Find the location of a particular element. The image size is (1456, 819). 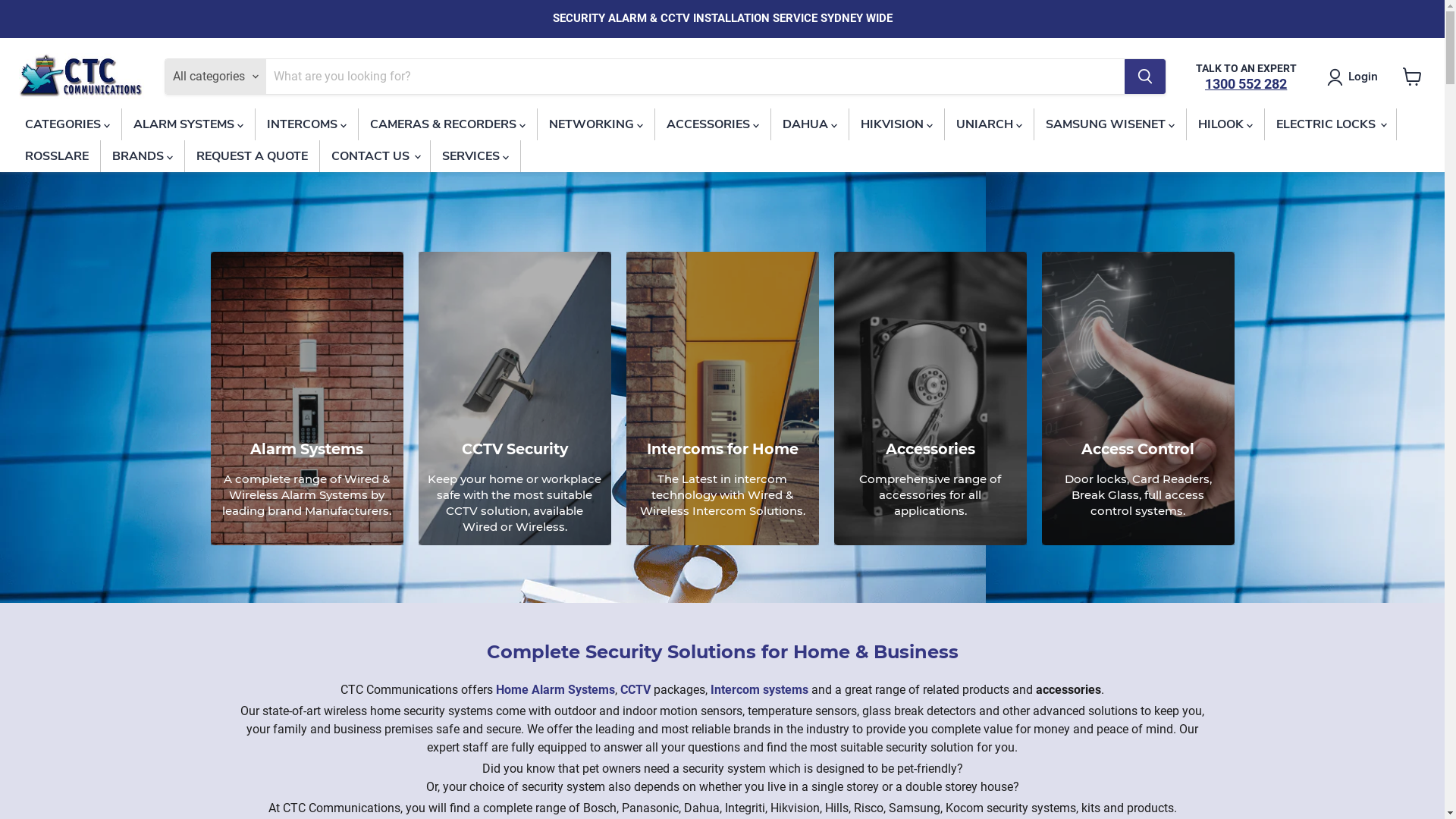

'Login' is located at coordinates (1363, 77).